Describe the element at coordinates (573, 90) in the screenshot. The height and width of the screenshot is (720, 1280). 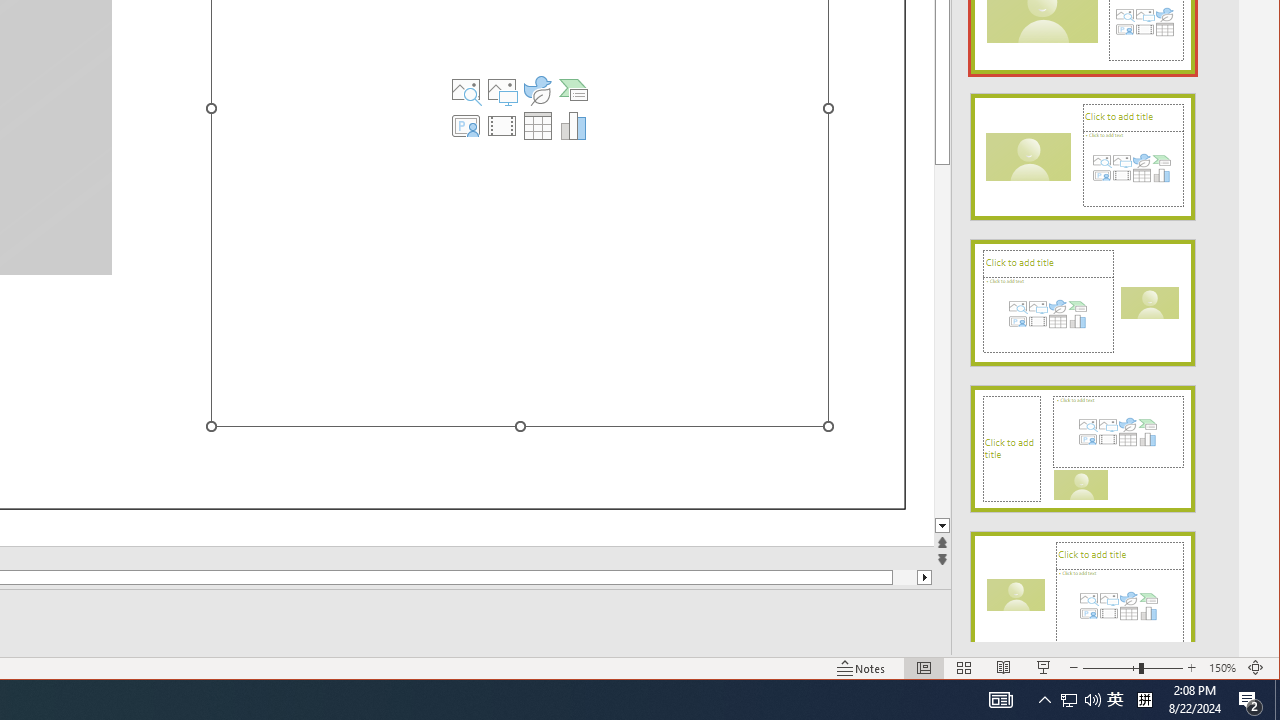
I see `'Insert a SmartArt Graphic'` at that location.